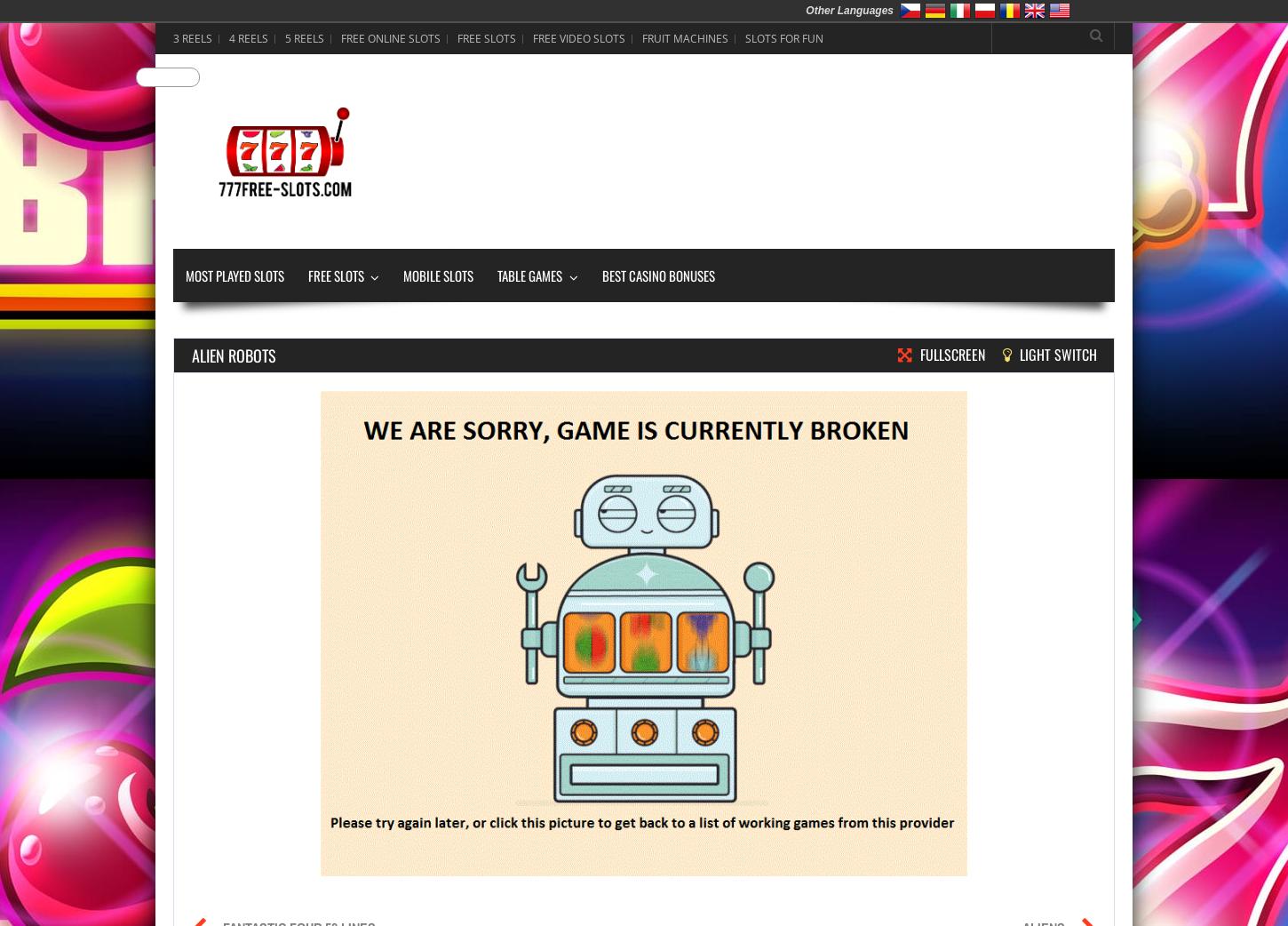 This screenshot has height=926, width=1288. What do you see at coordinates (532, 270) in the screenshot?
I see `'Free Blackjack'` at bounding box center [532, 270].